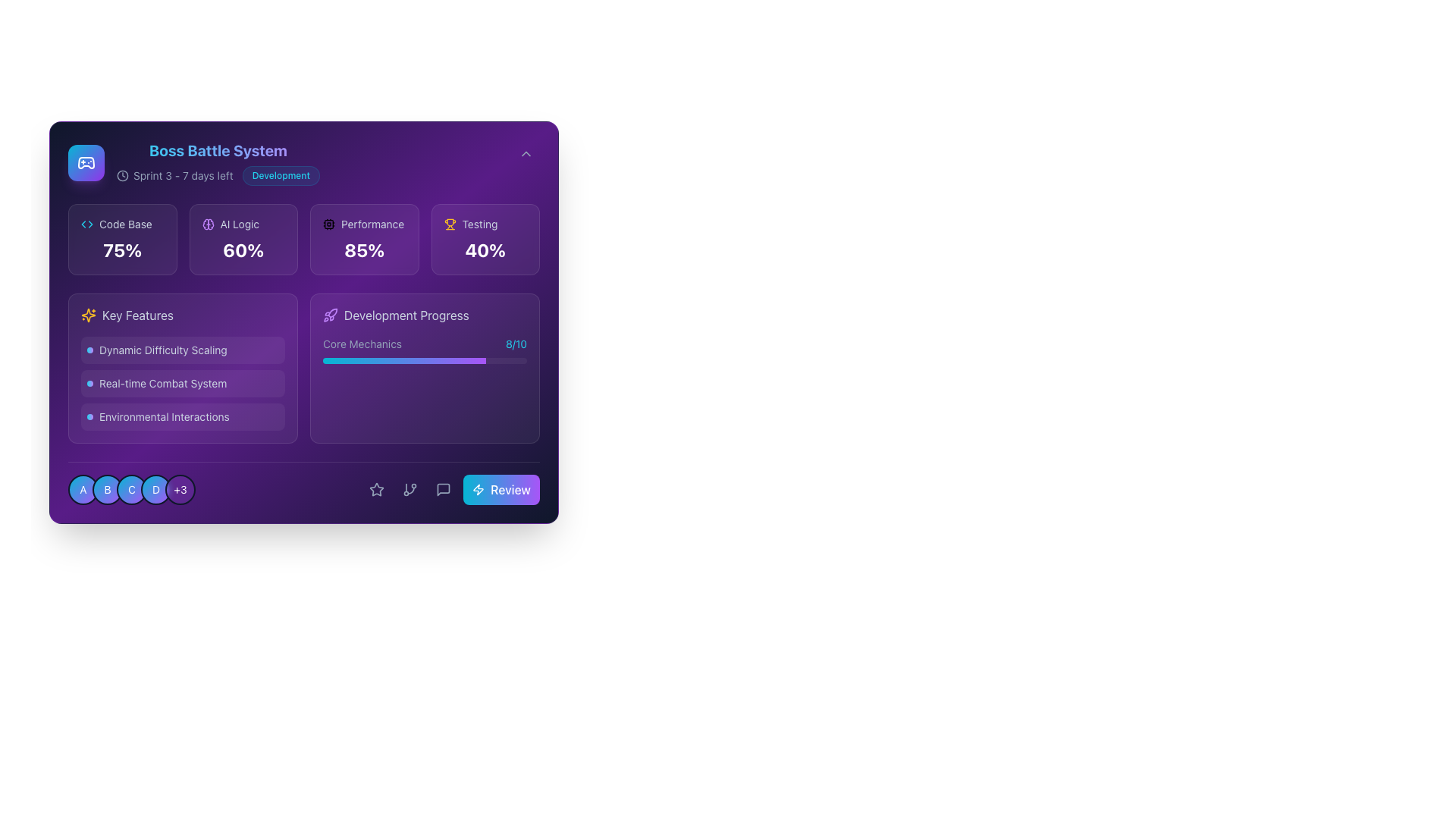  I want to click on the lightning bolt icon located in the bottom section of the interface, positioned between the speech bubble icon and the star icon, so click(478, 489).